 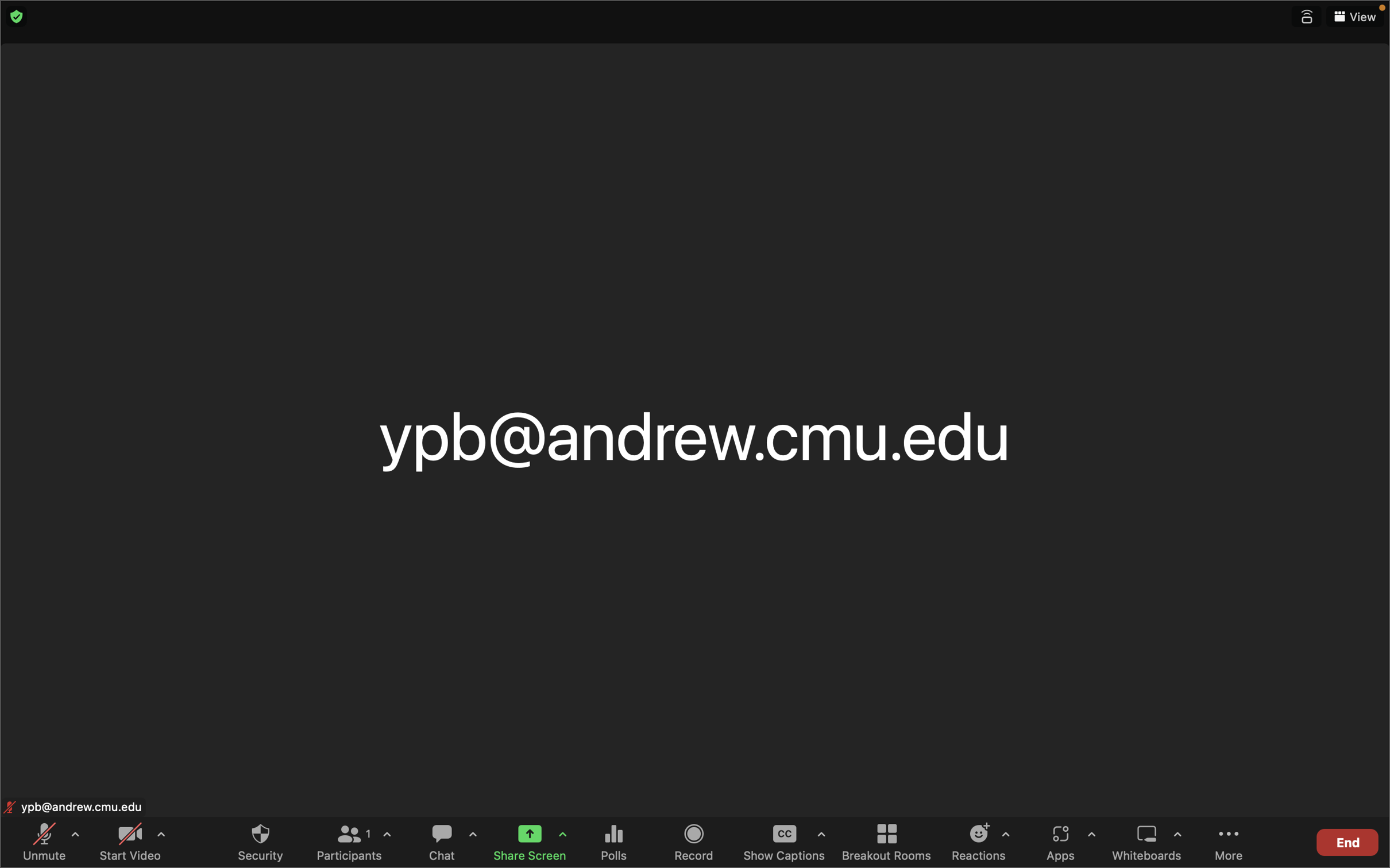 What do you see at coordinates (1346, 840) in the screenshot?
I see `the "end meeting" button` at bounding box center [1346, 840].